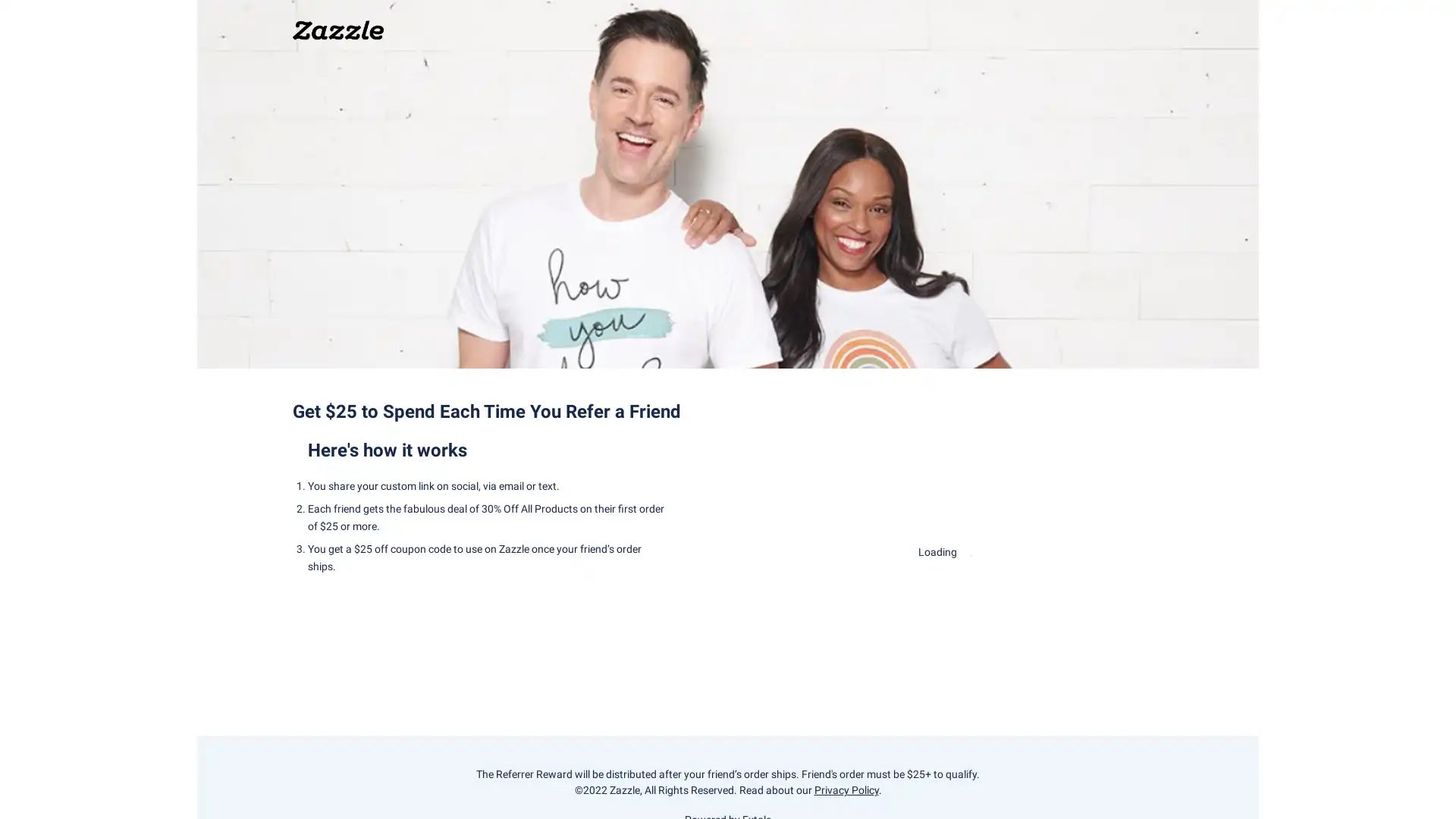 This screenshot has height=819, width=1456. What do you see at coordinates (945, 598) in the screenshot?
I see `Enter` at bounding box center [945, 598].